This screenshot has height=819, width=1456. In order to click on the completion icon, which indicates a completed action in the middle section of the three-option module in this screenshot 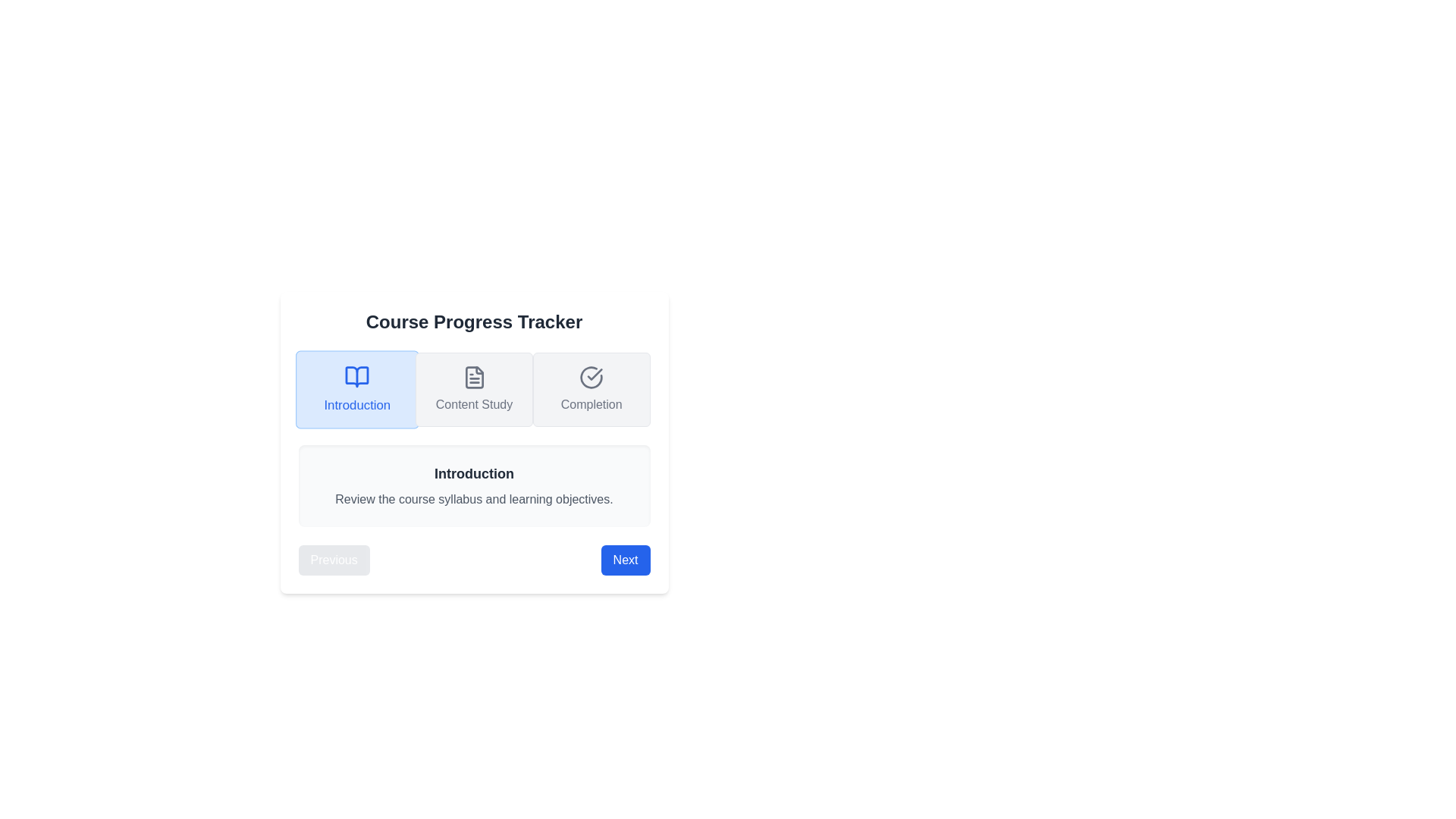, I will do `click(591, 376)`.